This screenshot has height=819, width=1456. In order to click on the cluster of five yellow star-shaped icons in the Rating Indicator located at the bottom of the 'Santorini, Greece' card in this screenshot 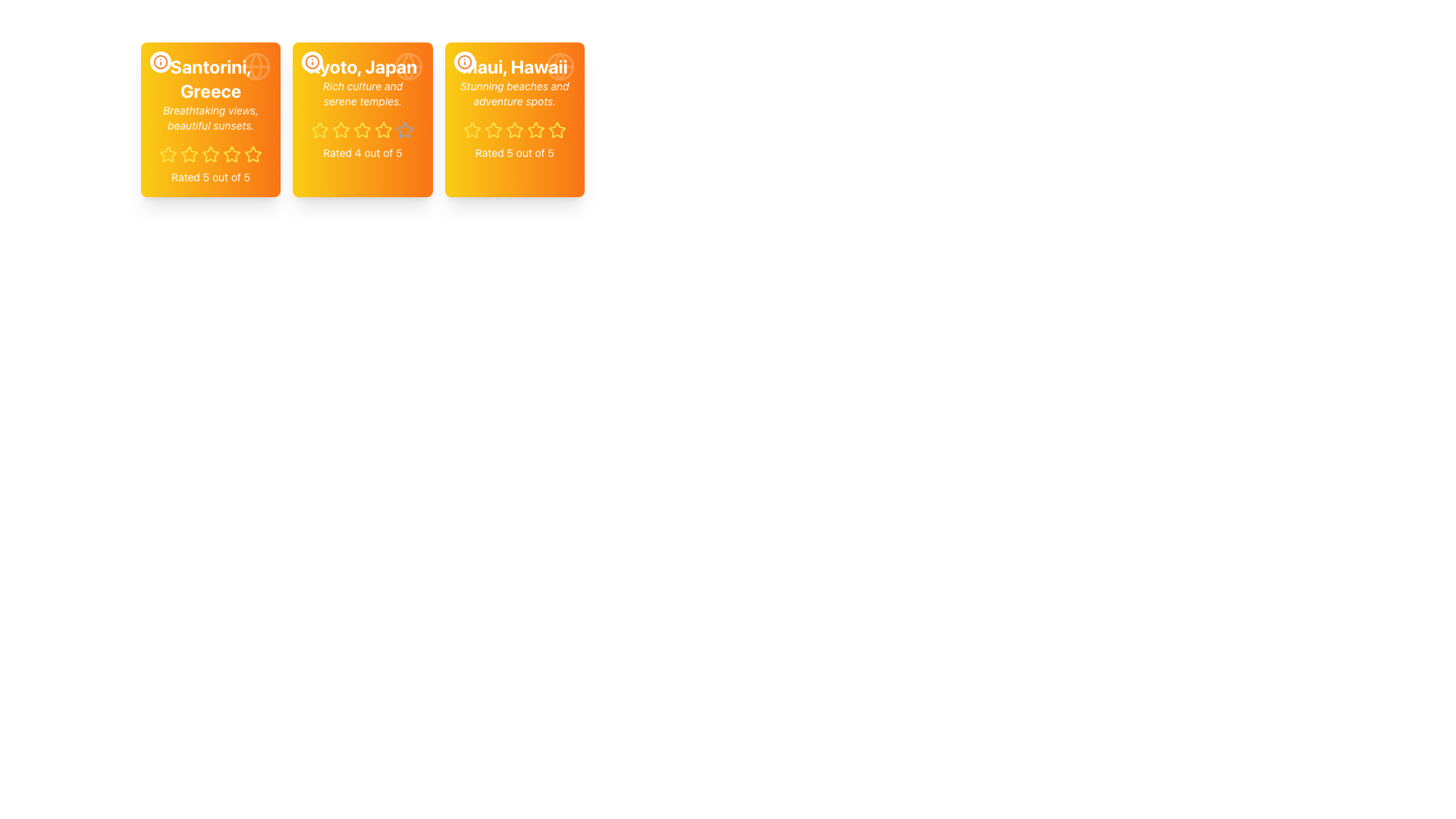, I will do `click(210, 155)`.